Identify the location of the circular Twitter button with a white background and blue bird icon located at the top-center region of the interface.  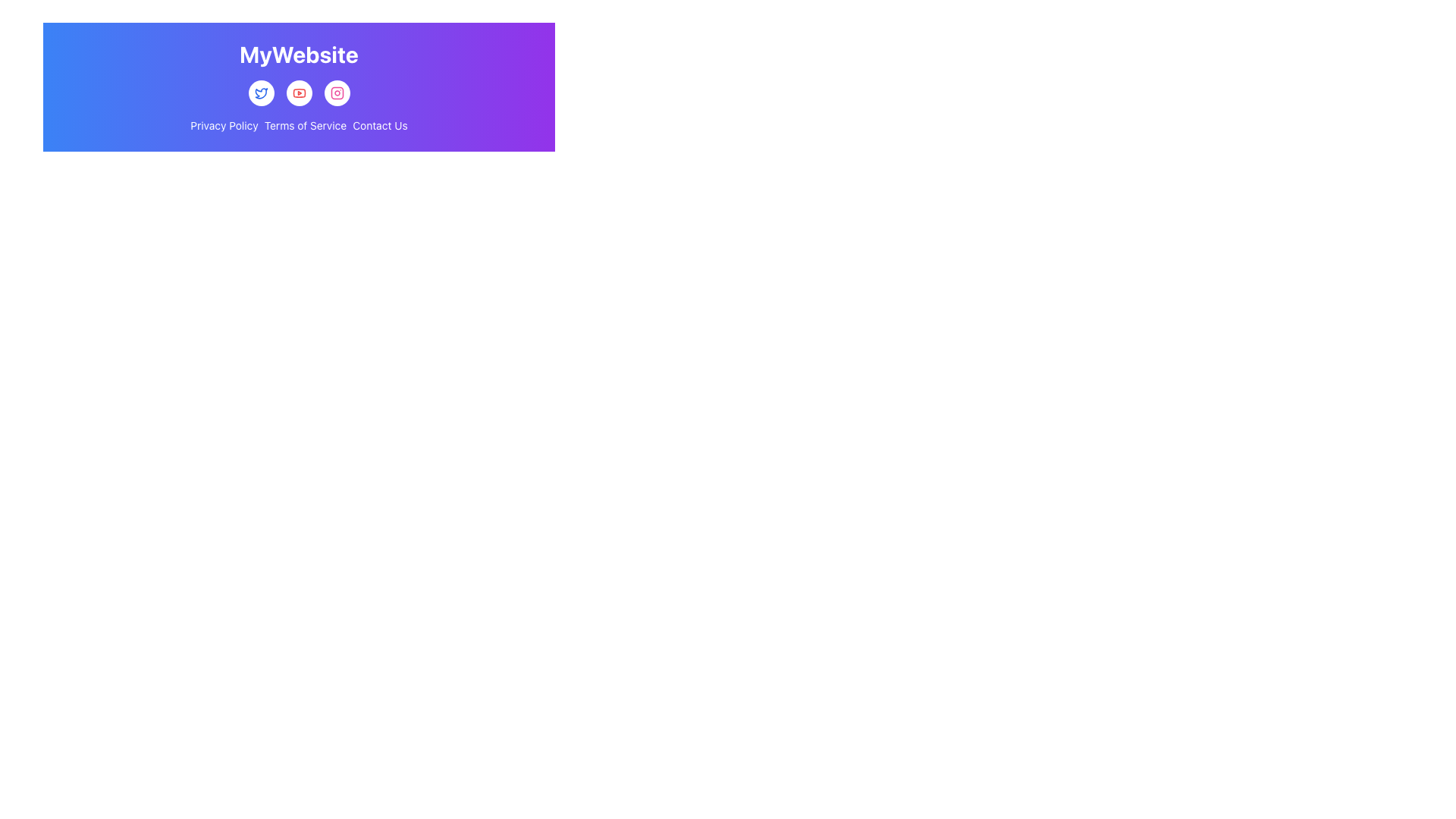
(261, 93).